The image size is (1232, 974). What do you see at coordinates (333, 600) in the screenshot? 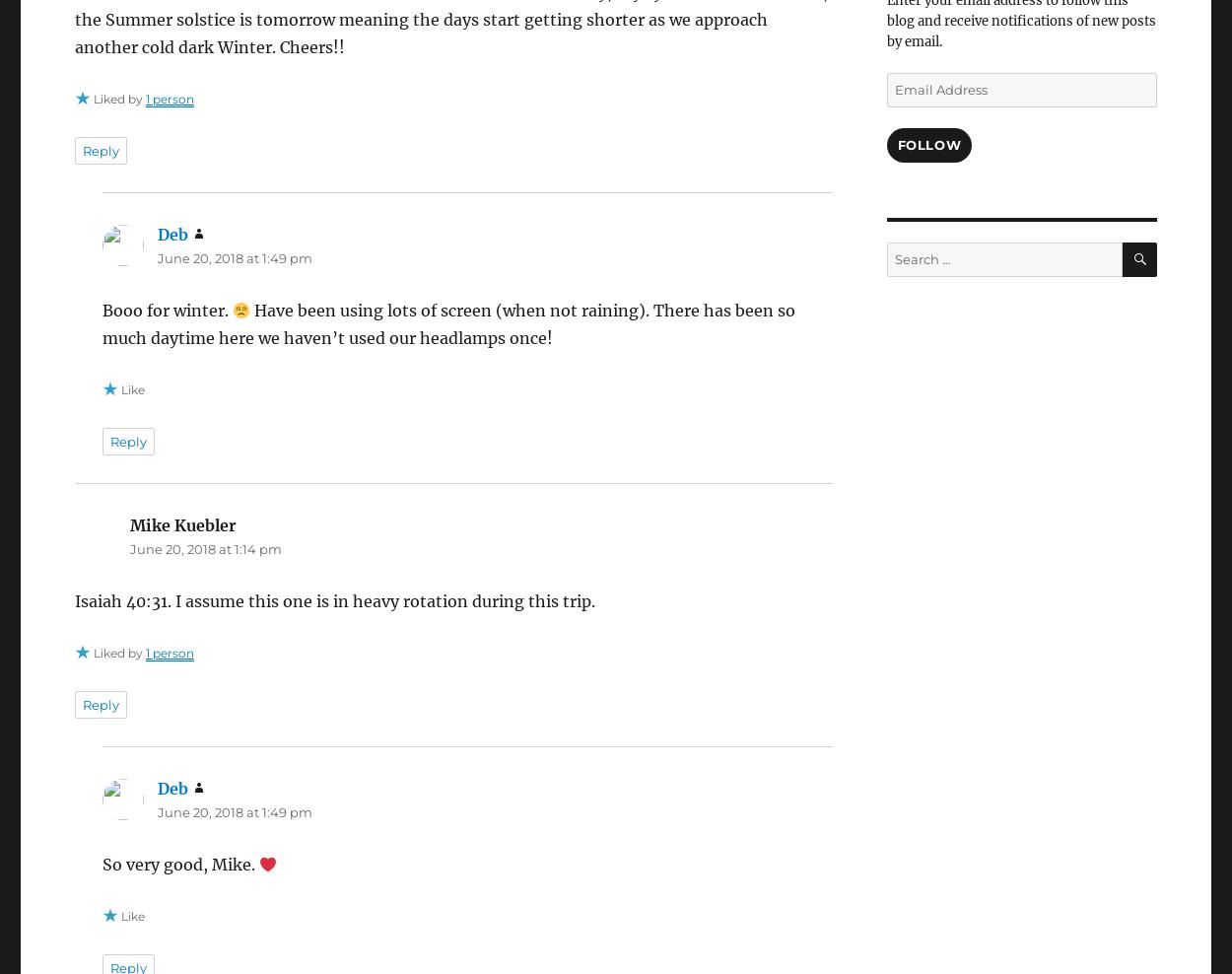
I see `'Isaiah 40:31.  I assume this one is in heavy rotation during this trip.'` at bounding box center [333, 600].